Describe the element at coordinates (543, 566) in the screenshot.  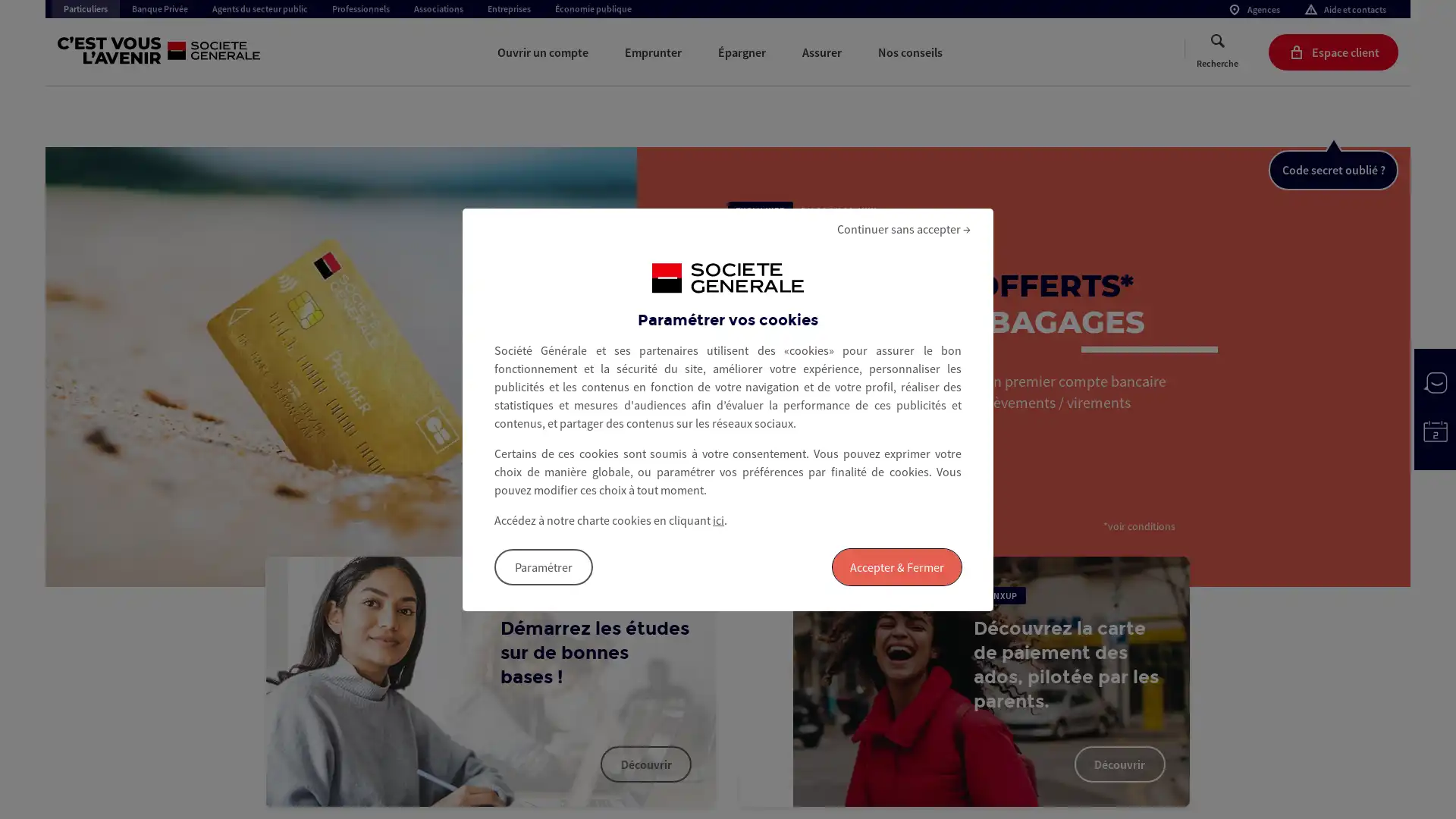
I see `Parametrer` at that location.